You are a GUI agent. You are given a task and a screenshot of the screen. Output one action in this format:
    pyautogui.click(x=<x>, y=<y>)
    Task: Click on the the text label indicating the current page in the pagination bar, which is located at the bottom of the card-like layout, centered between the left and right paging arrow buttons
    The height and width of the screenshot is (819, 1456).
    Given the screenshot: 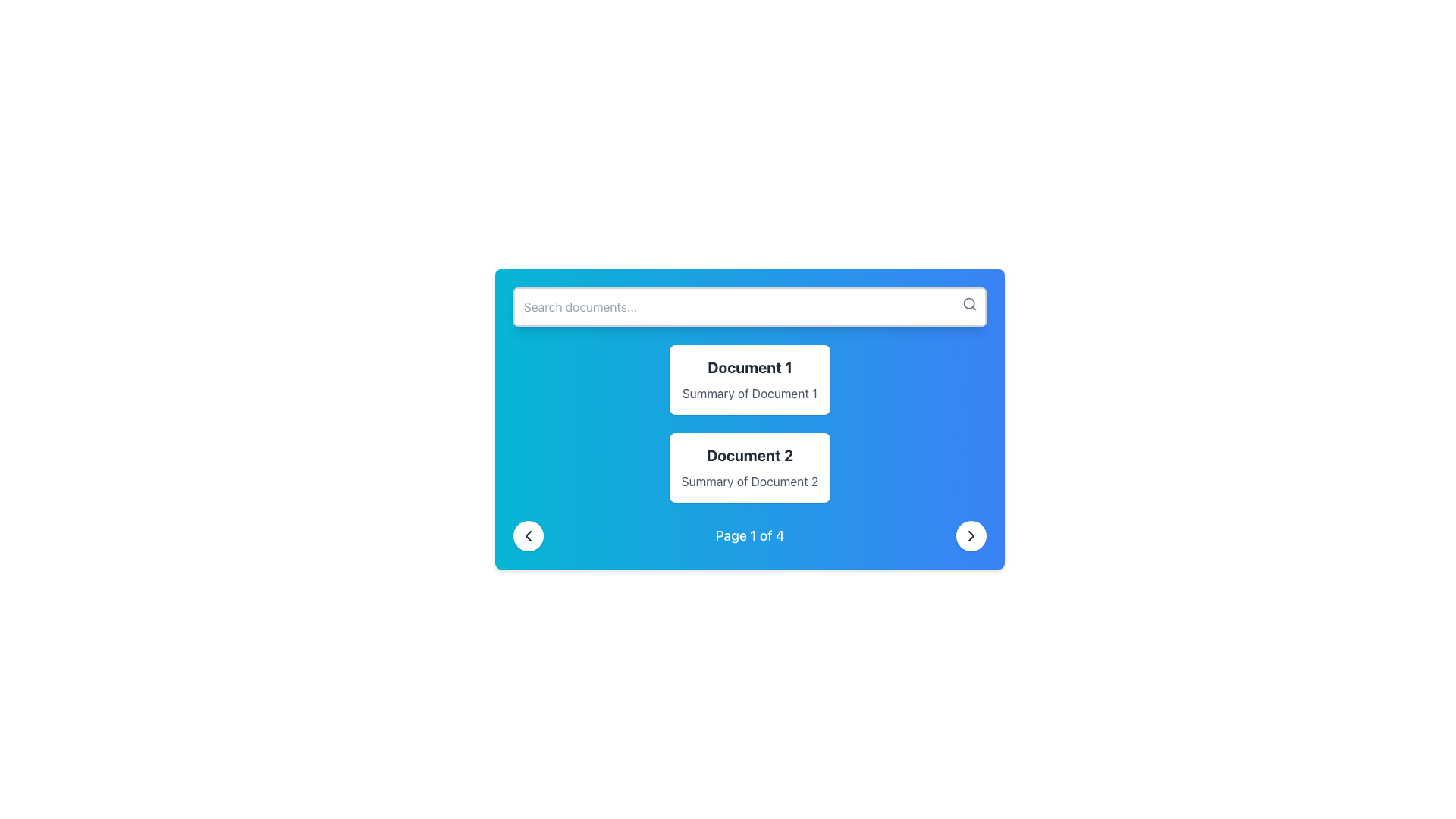 What is the action you would take?
    pyautogui.click(x=749, y=535)
    